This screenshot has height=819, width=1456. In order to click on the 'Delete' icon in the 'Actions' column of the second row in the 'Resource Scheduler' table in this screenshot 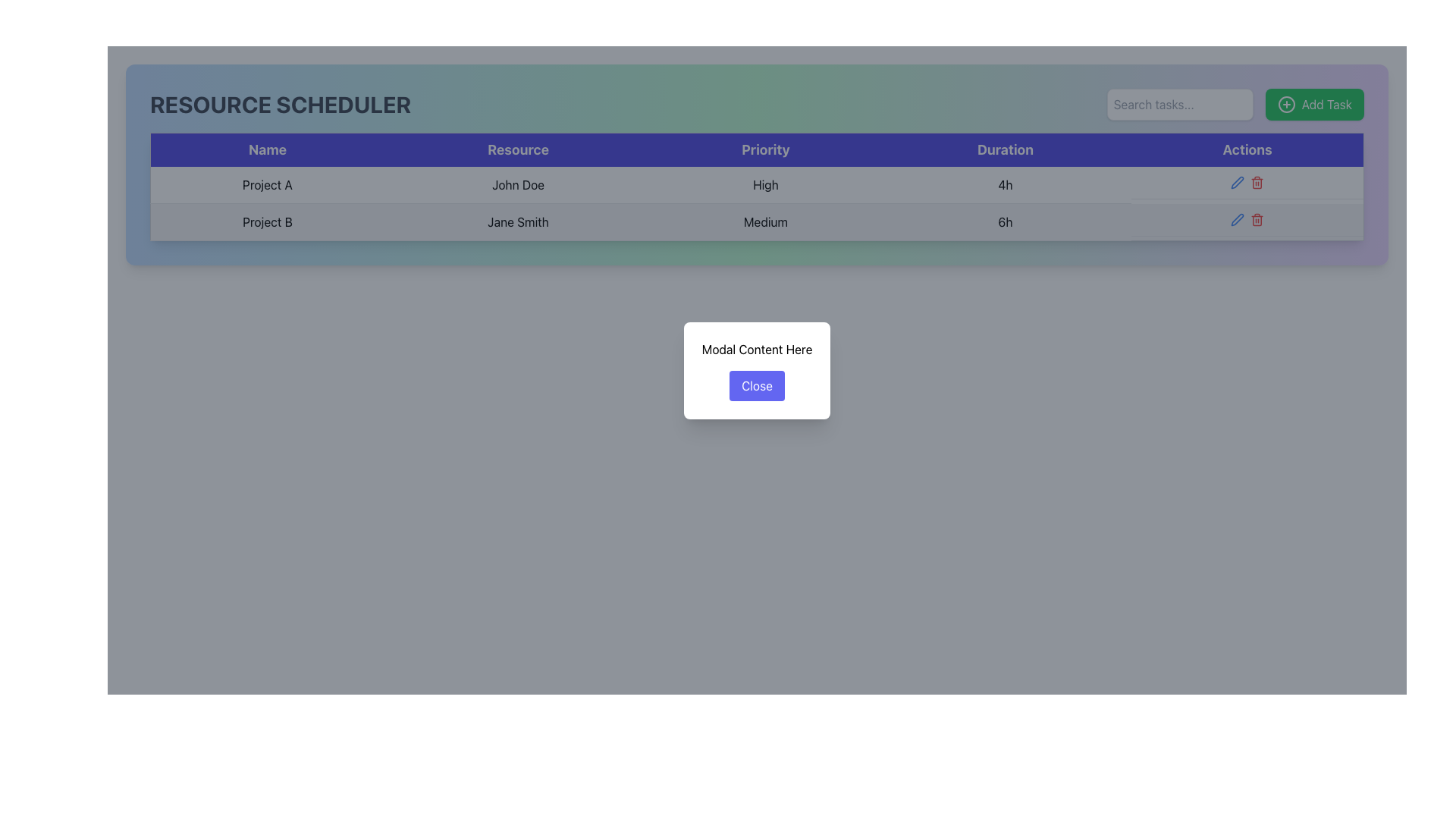, I will do `click(1257, 220)`.